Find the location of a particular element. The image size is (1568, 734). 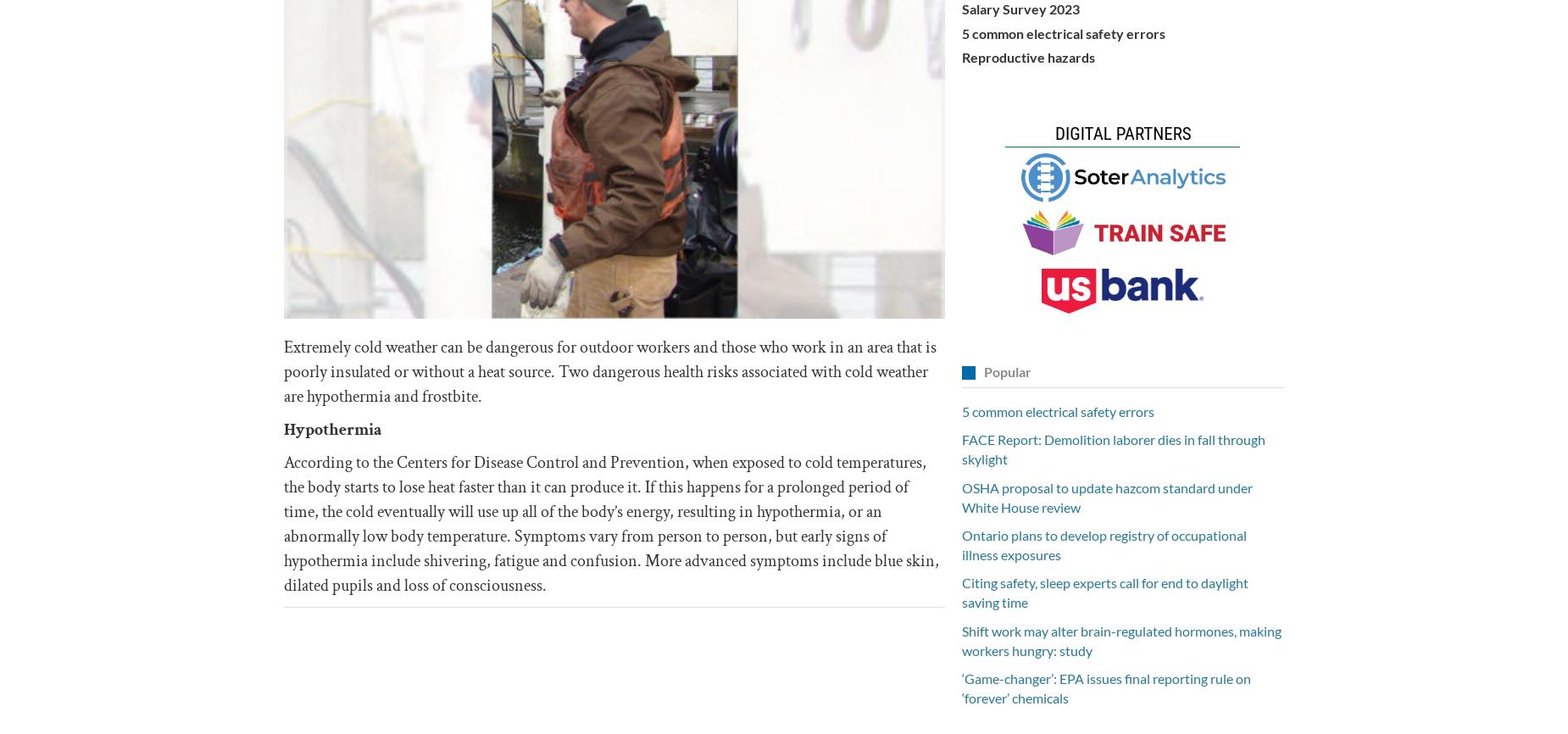

'According to the Centers for Disease Control and Prevention, when exposed to cold temperatures, the body starts to lose heat faster than it can produce it. If this happens for a prolonged period of time, the cold eventually will use up all of the body’s energy, resulting in hypothermia, or an abnormally low body temperature. Symptoms vary from person to person, but early signs of hypothermia include shivering, fatigue and confusion. More advanced symptoms include blue skin, dilated pupils and loss of consciousness.' is located at coordinates (611, 523).